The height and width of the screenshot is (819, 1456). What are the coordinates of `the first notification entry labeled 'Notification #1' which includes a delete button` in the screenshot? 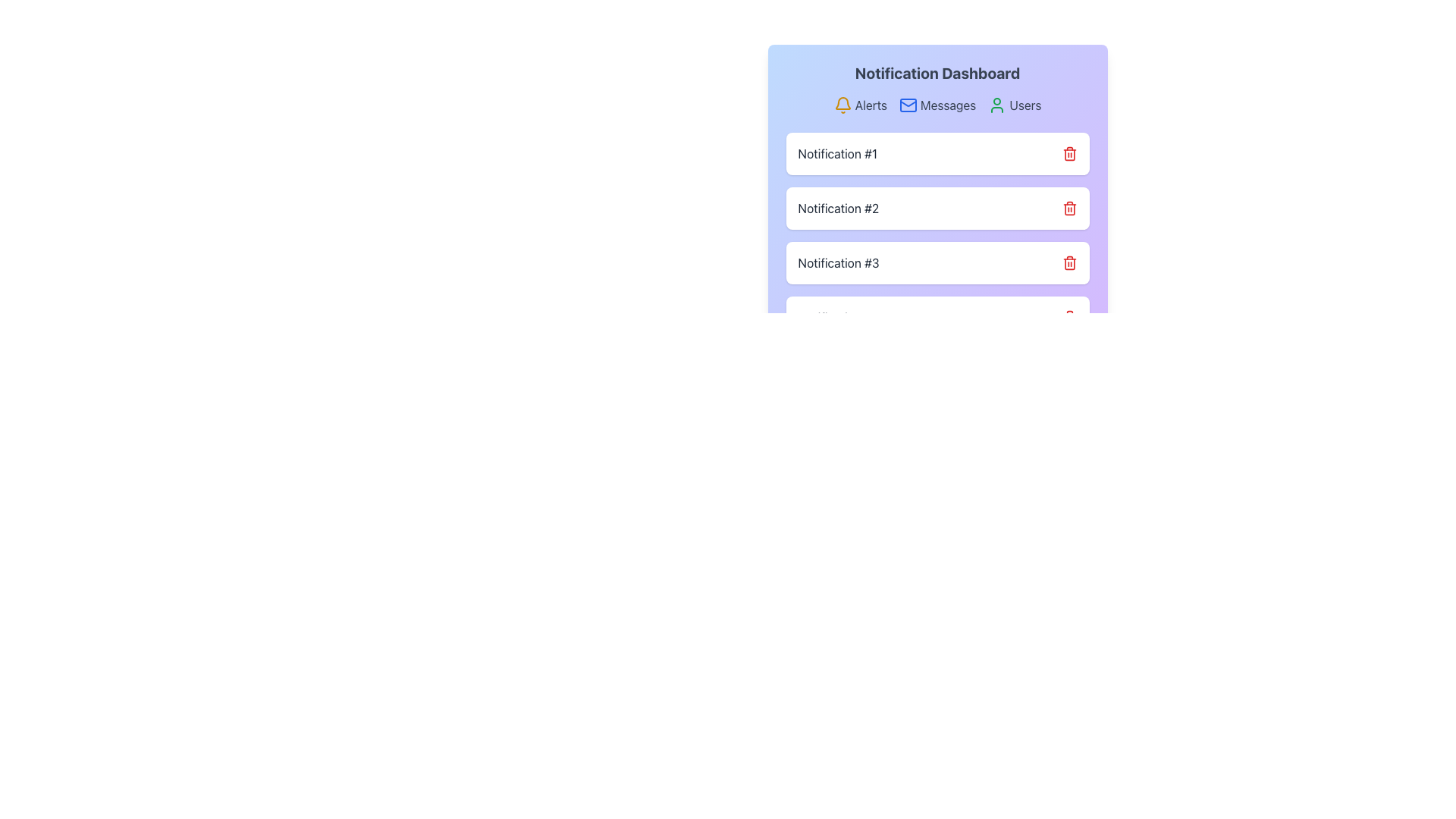 It's located at (937, 154).